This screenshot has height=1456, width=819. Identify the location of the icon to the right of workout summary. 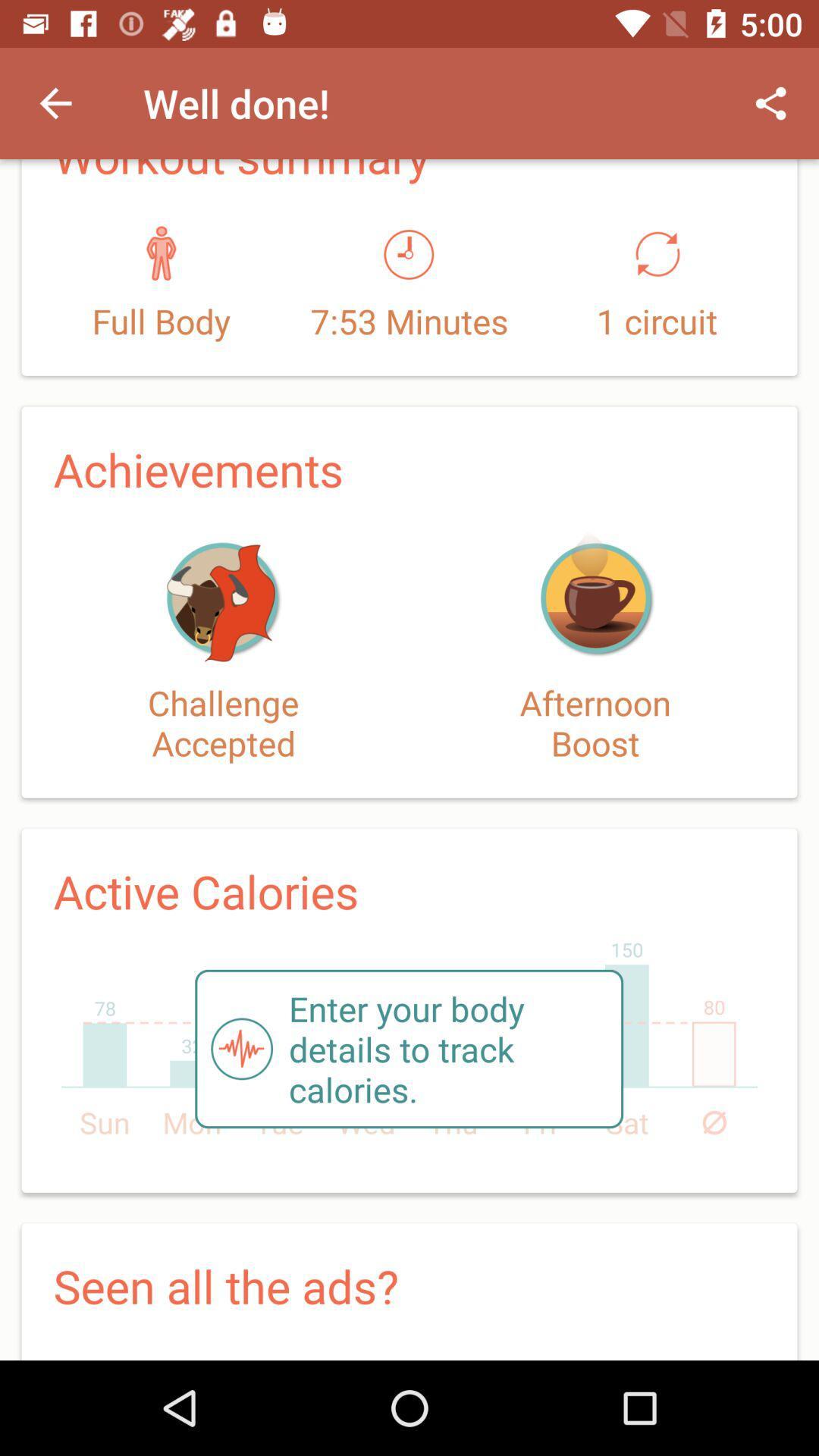
(771, 102).